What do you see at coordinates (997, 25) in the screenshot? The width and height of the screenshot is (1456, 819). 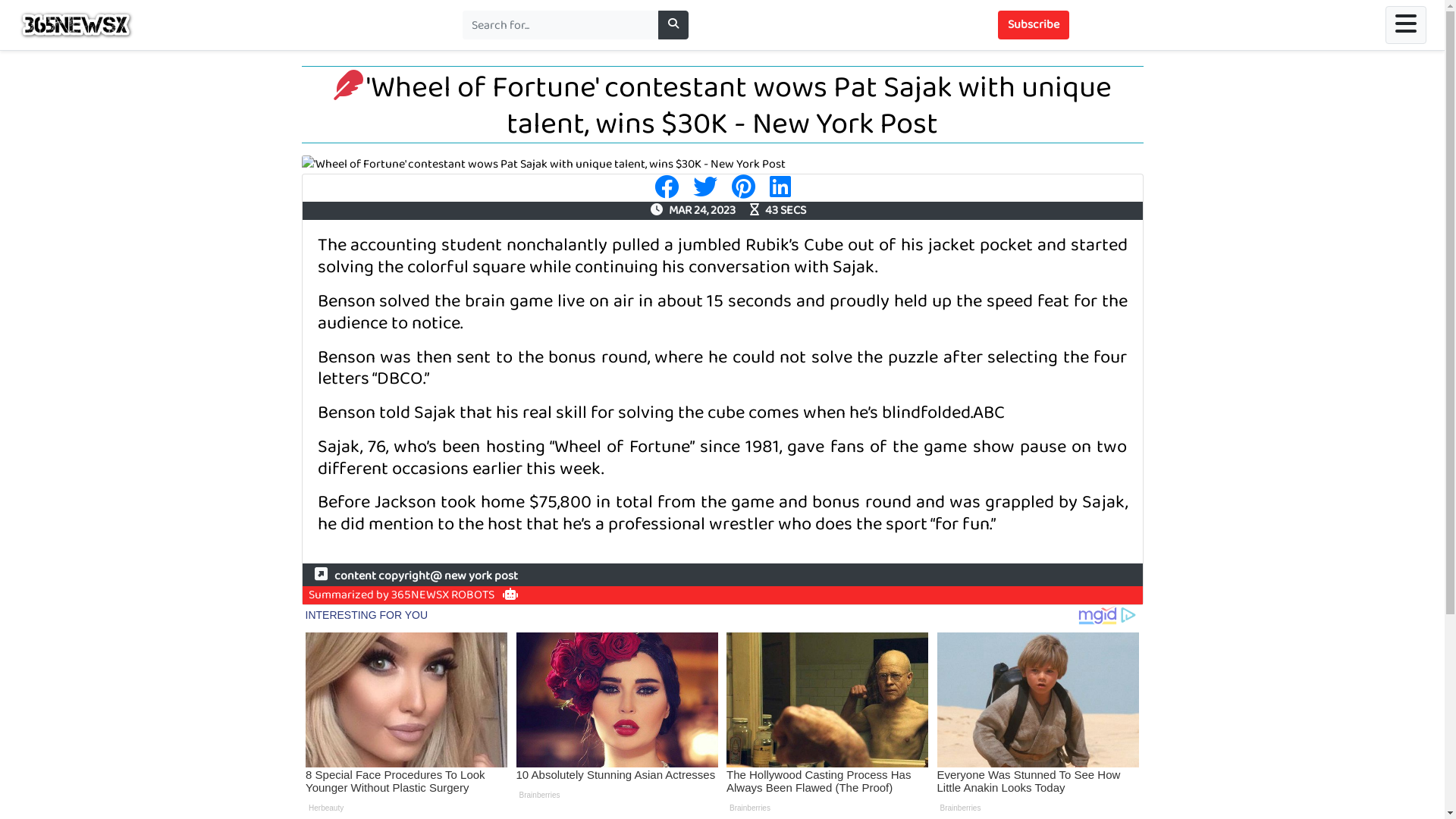 I see `'Subscribe'` at bounding box center [997, 25].